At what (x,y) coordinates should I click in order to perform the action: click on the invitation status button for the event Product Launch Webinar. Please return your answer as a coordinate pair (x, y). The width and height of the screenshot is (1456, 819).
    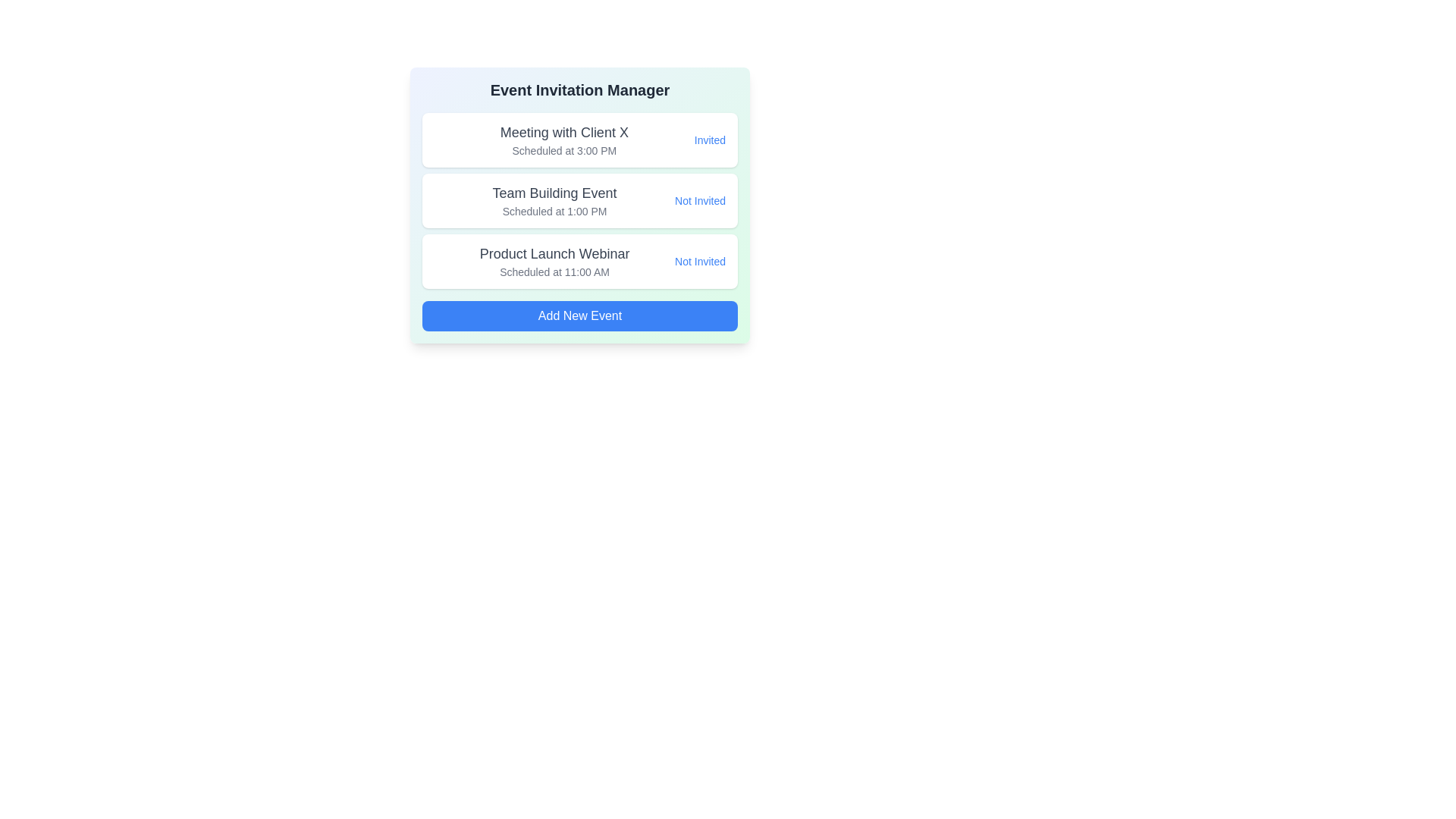
    Looking at the image, I should click on (699, 260).